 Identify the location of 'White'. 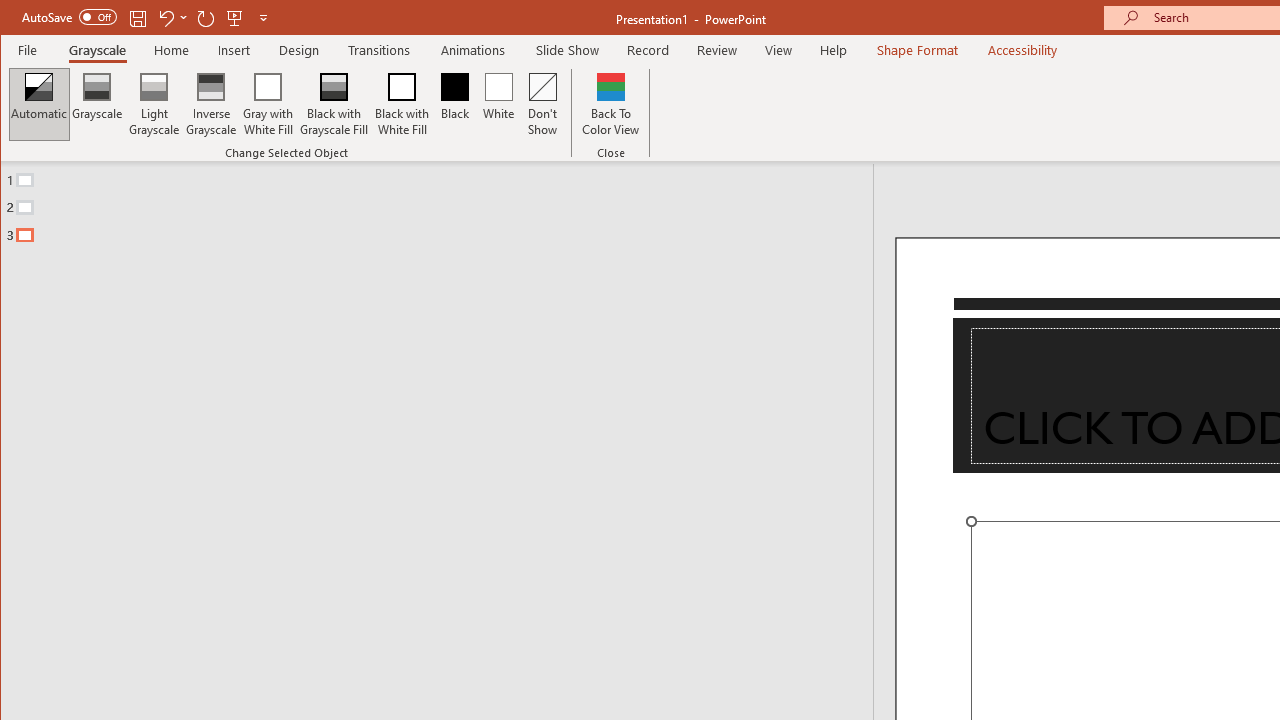
(498, 104).